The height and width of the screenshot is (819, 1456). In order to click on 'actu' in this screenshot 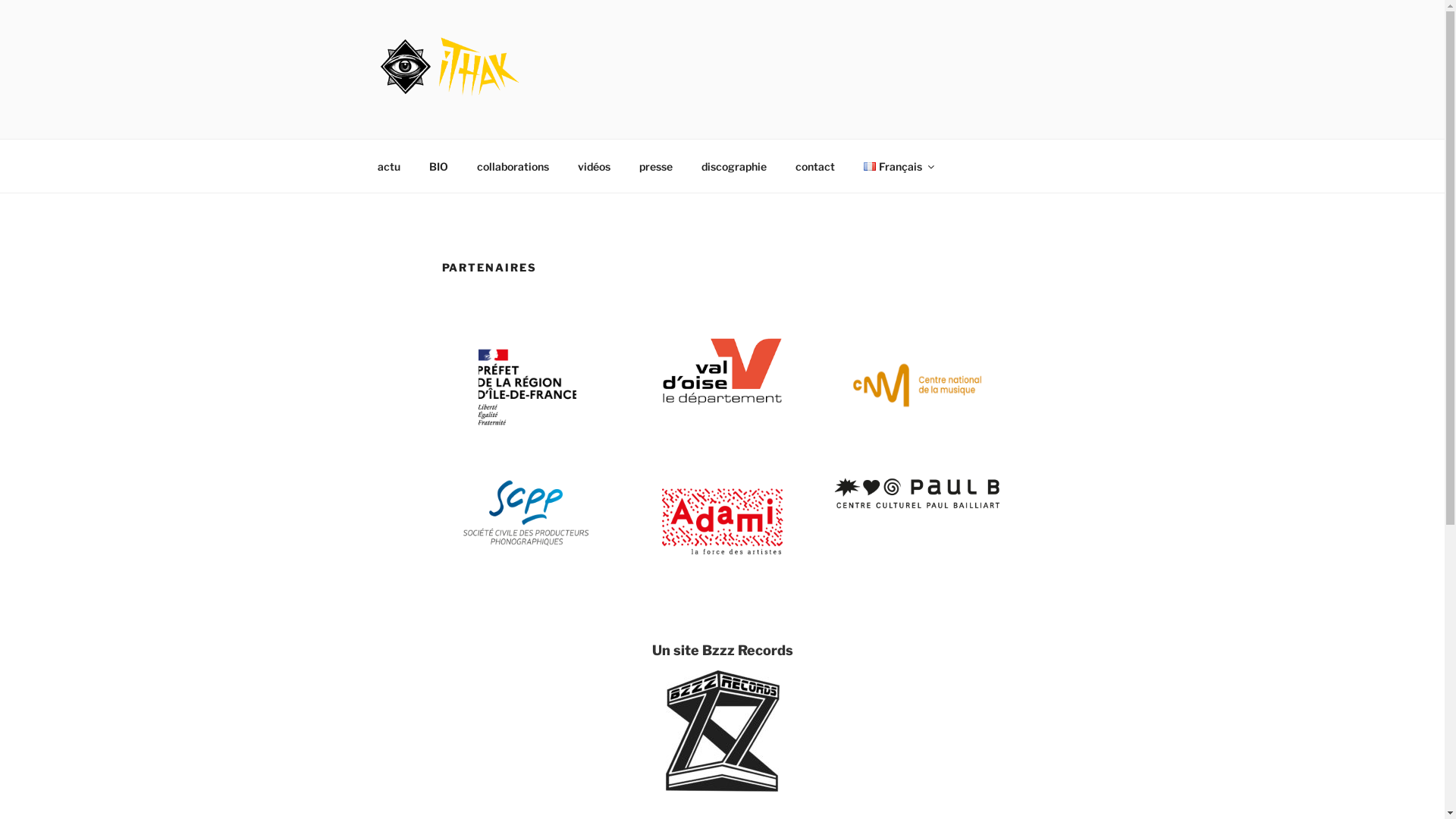, I will do `click(388, 165)`.